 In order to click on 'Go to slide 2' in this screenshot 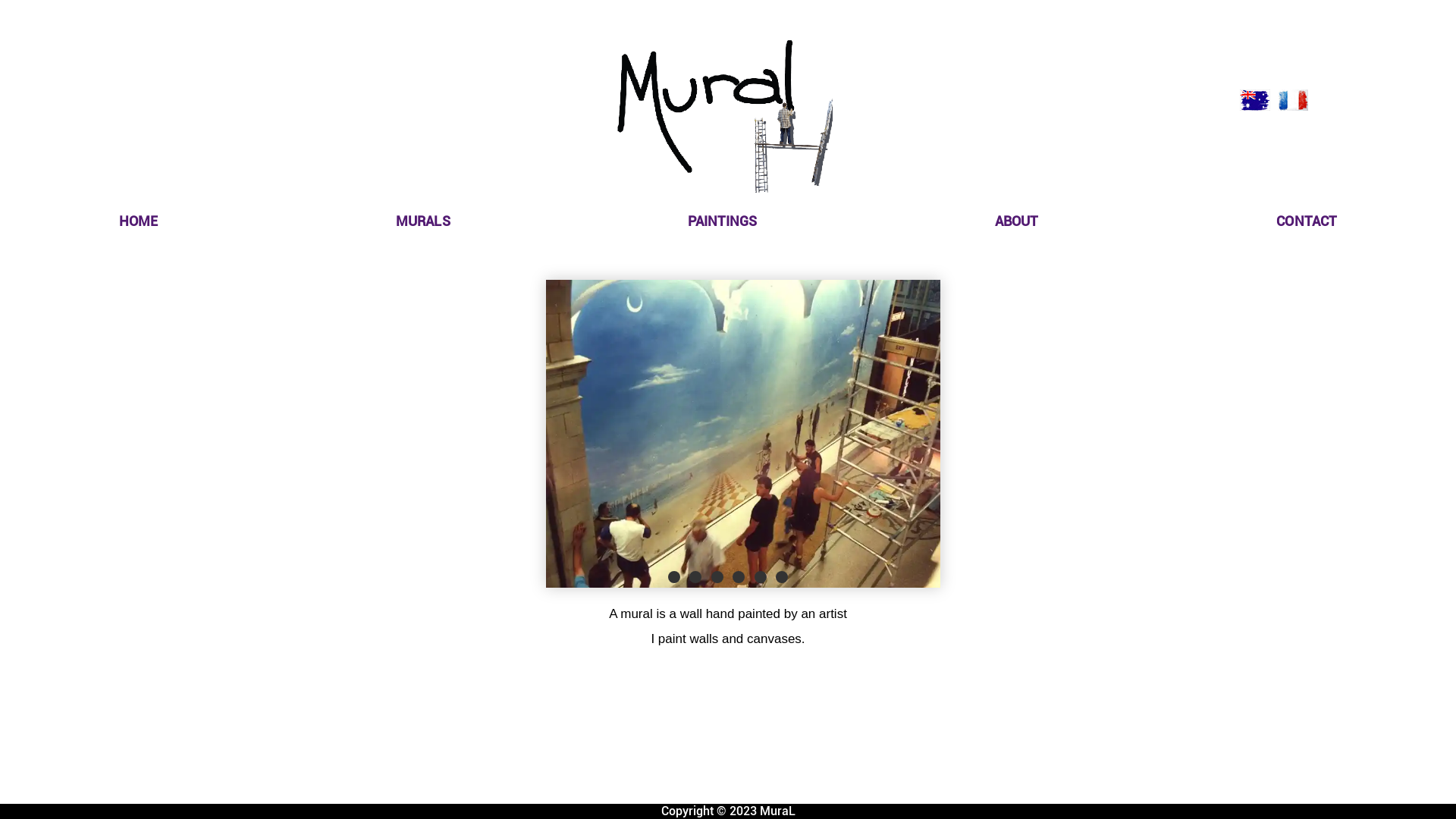, I will do `click(686, 576)`.